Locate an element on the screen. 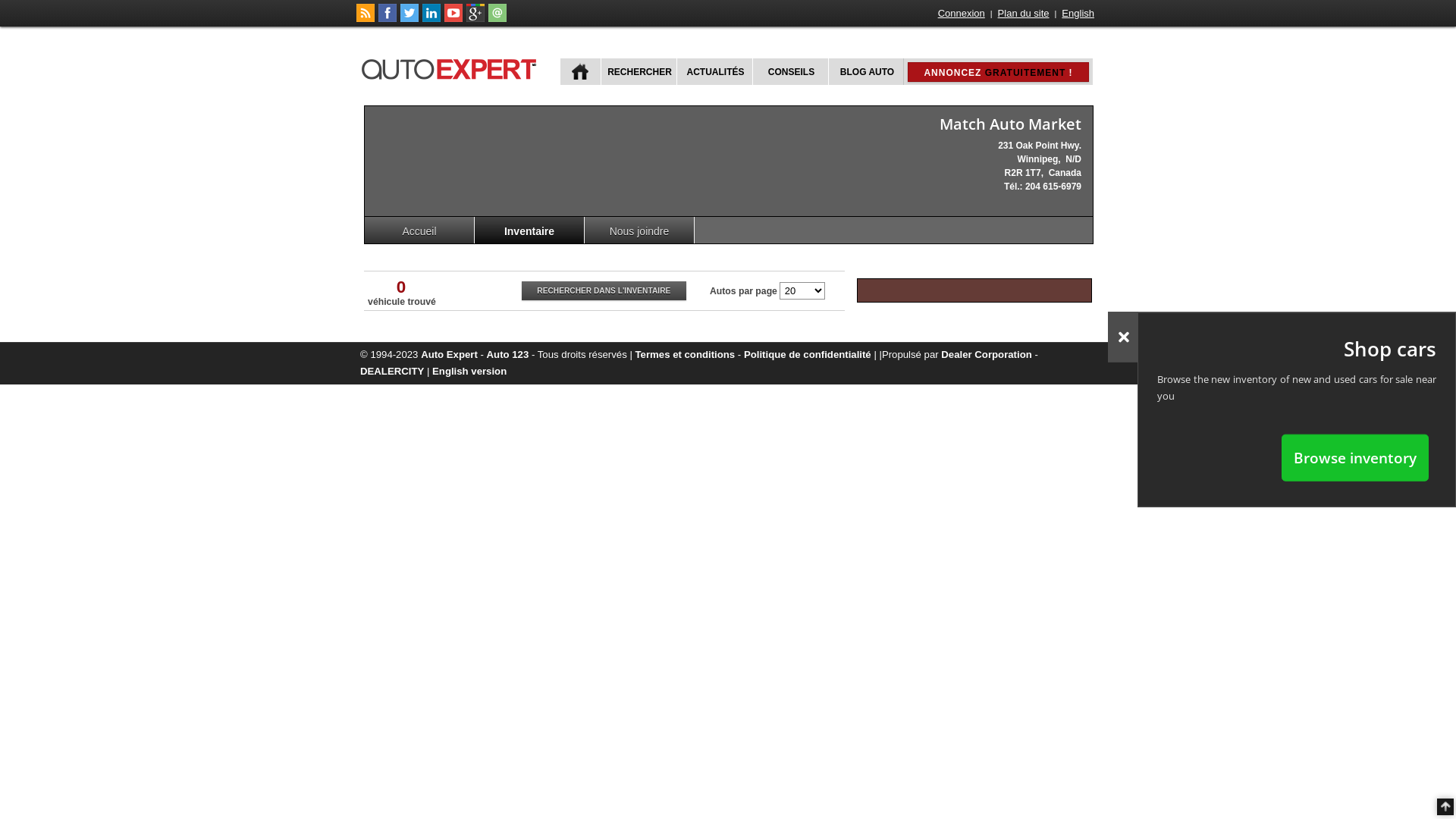 Image resolution: width=1456 pixels, height=819 pixels. 'CONSEILS' is located at coordinates (789, 71).